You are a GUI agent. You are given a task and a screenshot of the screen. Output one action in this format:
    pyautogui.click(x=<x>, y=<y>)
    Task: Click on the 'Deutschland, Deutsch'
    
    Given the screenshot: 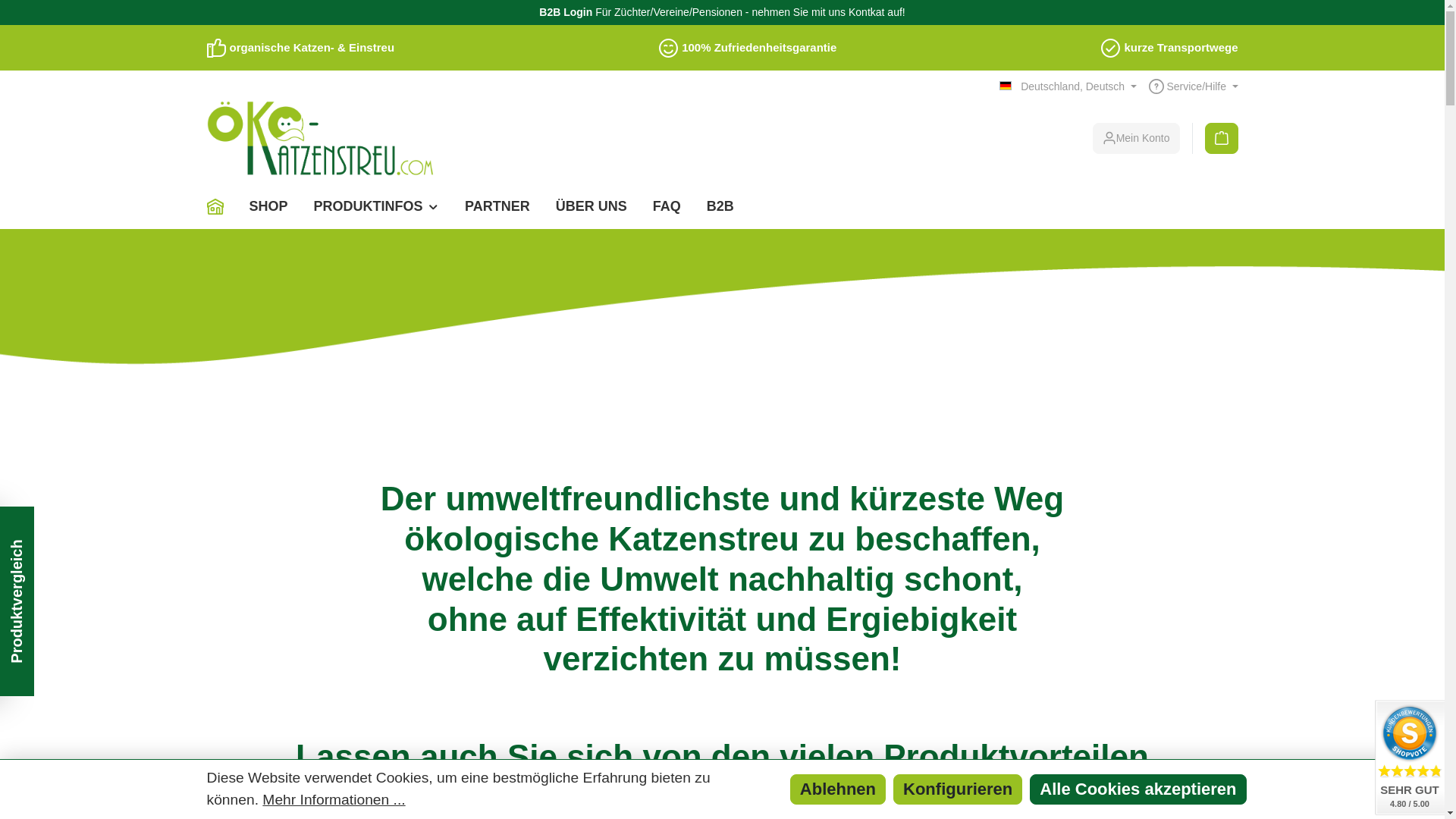 What is the action you would take?
    pyautogui.click(x=999, y=86)
    